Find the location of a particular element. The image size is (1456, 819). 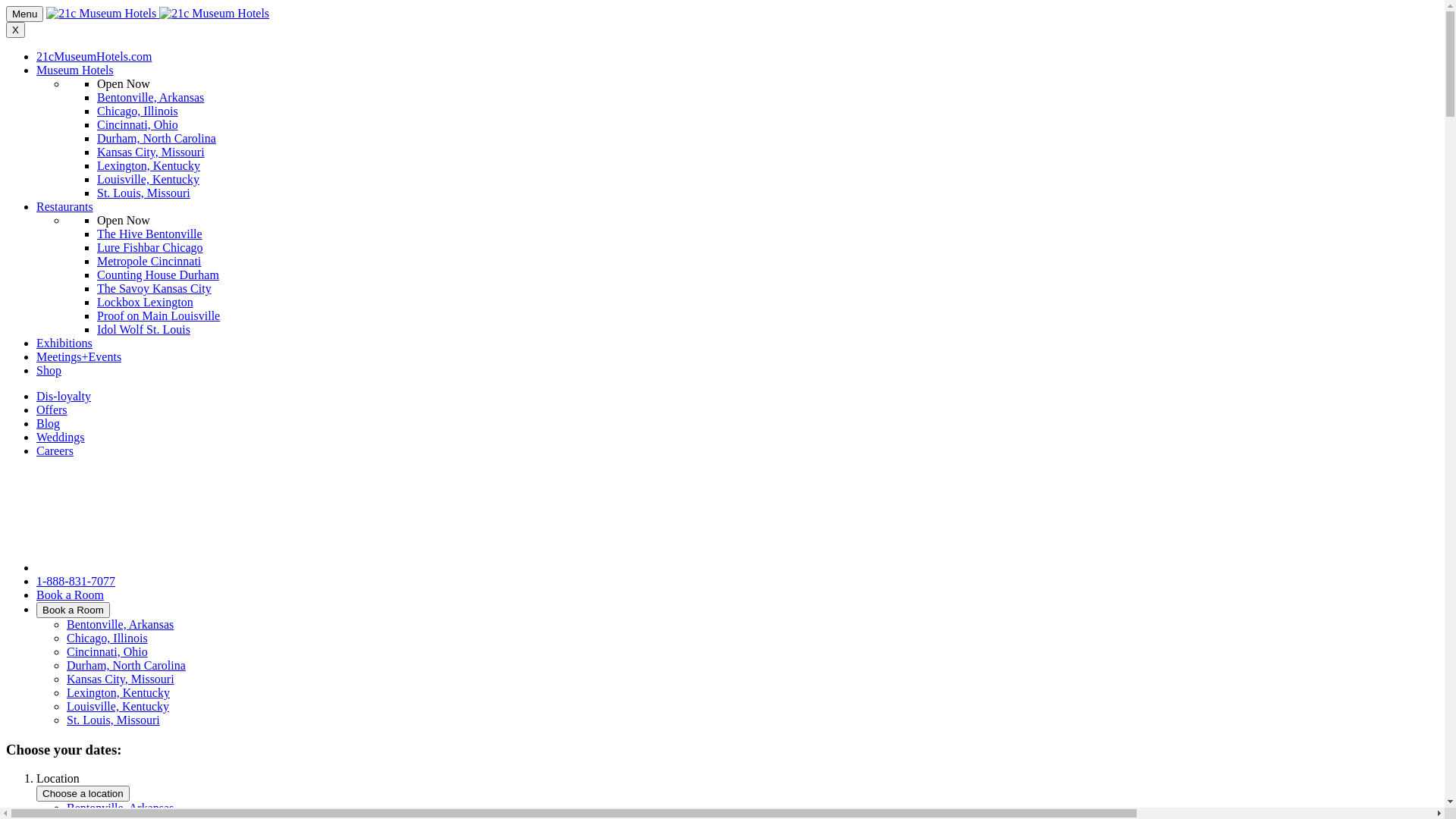

'Proof on Main Louisville' is located at coordinates (158, 315).